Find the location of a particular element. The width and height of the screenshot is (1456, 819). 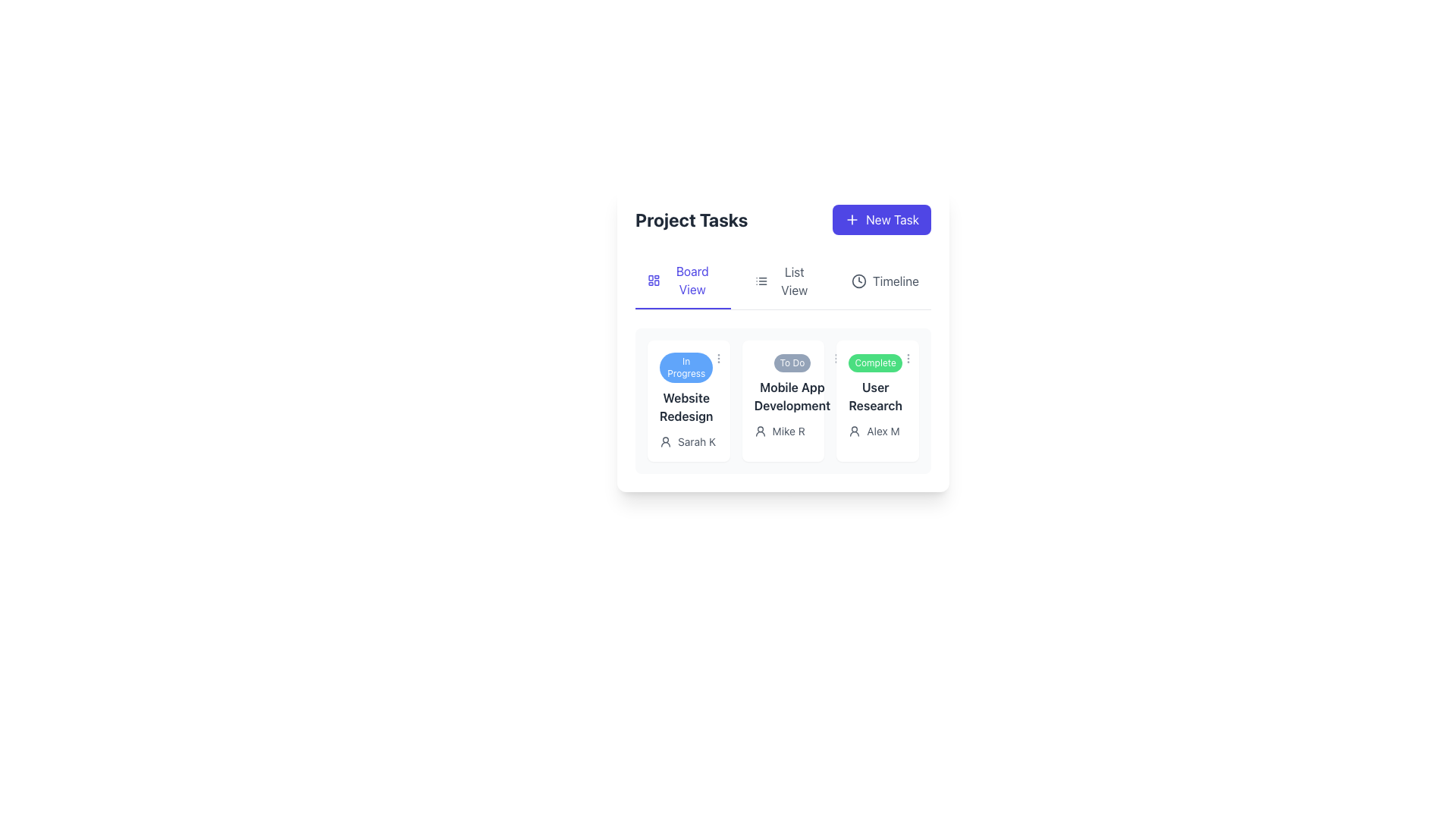

the User Identifier Component, which consists of a small user icon and the text 'Alex M' styled in dark-gray font, located within the 'User Research' card under the 'Complete' status is located at coordinates (877, 431).